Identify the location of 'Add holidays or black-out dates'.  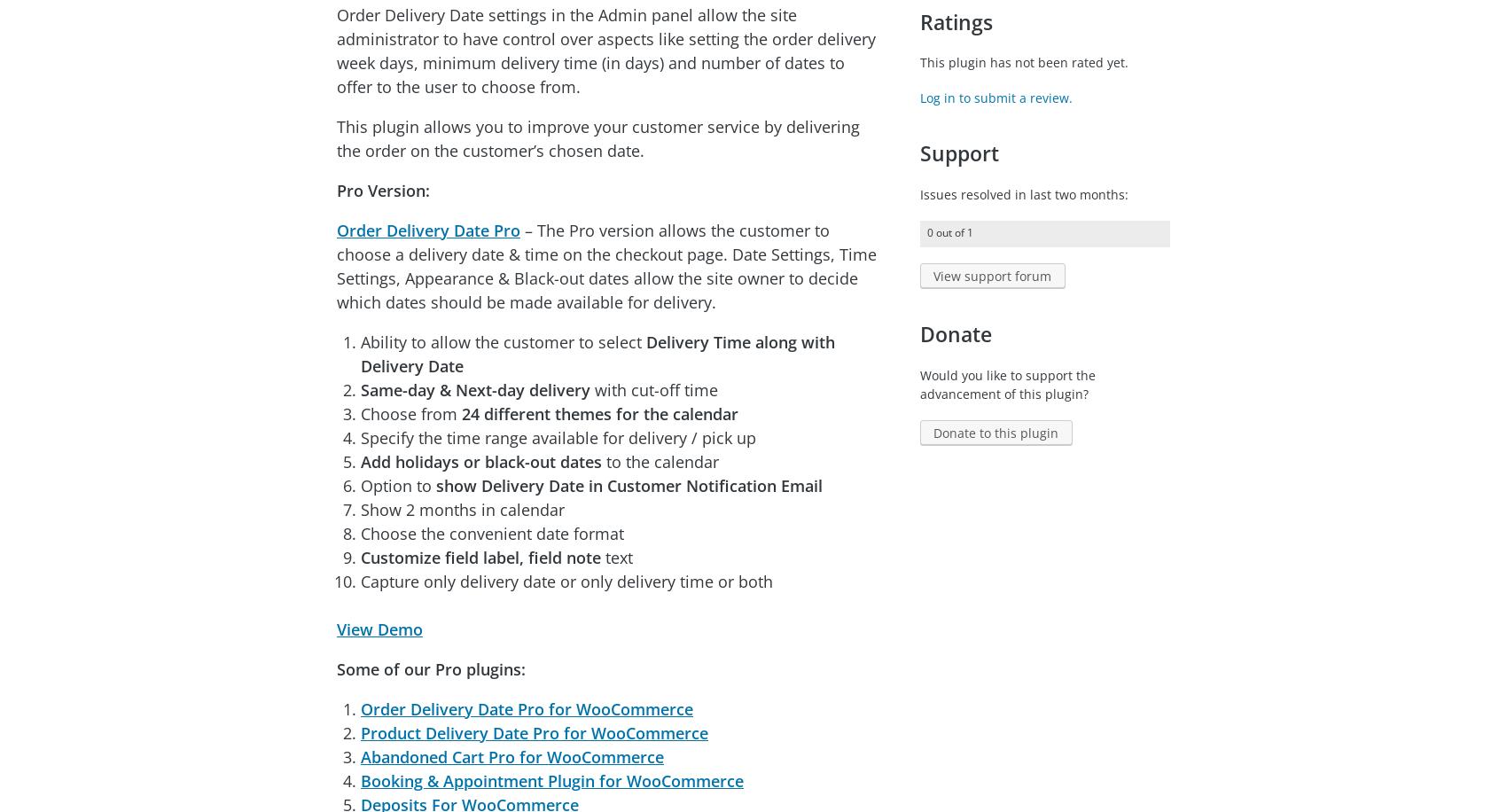
(359, 460).